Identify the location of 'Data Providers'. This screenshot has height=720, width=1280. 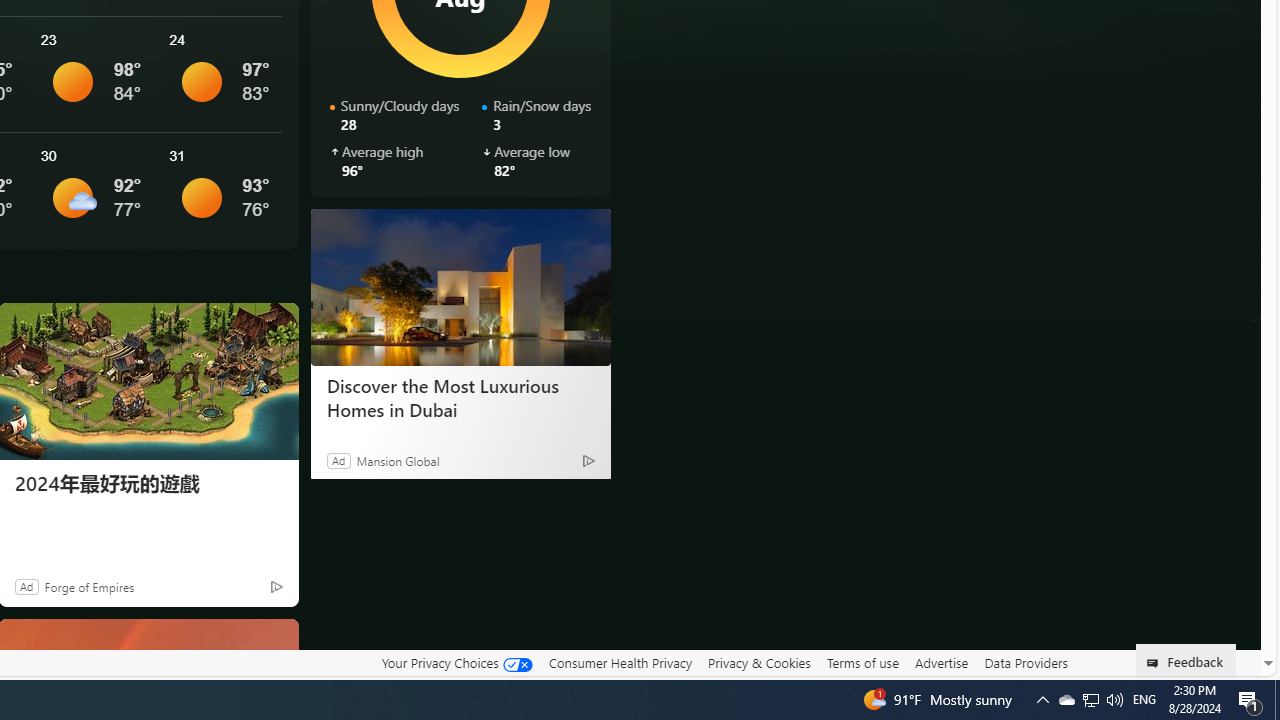
(1025, 663).